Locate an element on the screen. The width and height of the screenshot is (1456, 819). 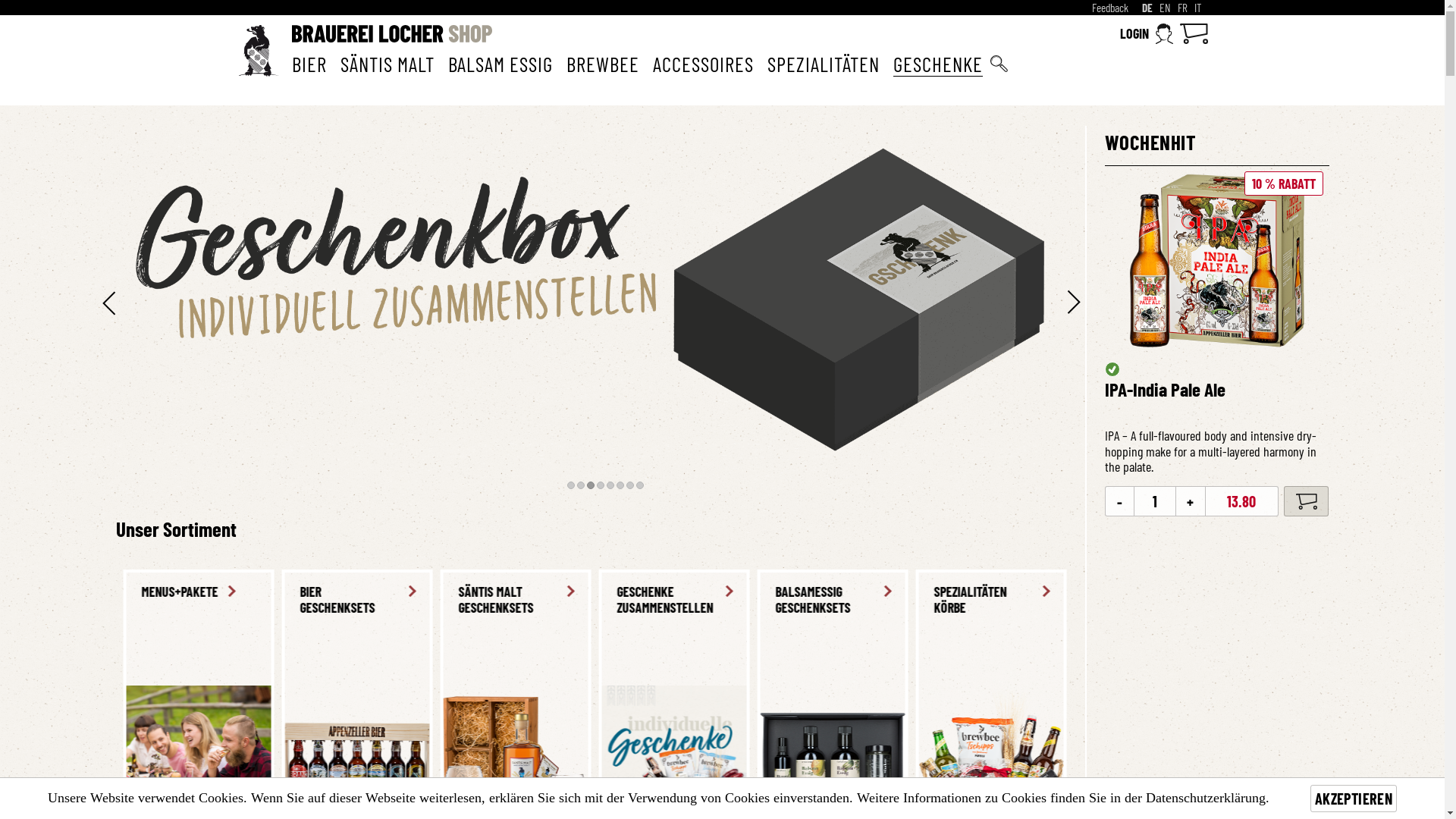
'BALSAM ESSIG' is located at coordinates (499, 63).